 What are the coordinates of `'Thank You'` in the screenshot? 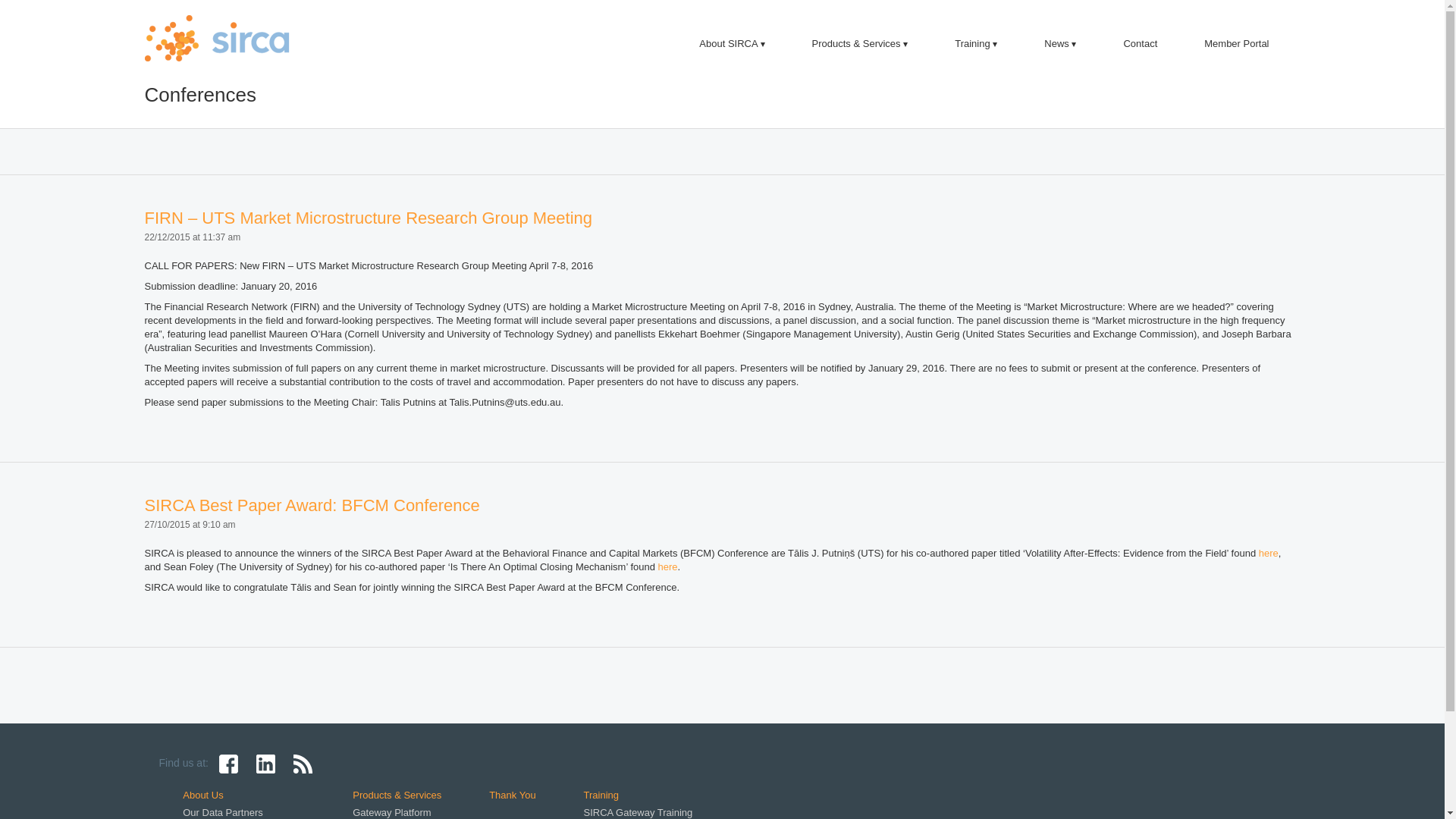 It's located at (488, 794).